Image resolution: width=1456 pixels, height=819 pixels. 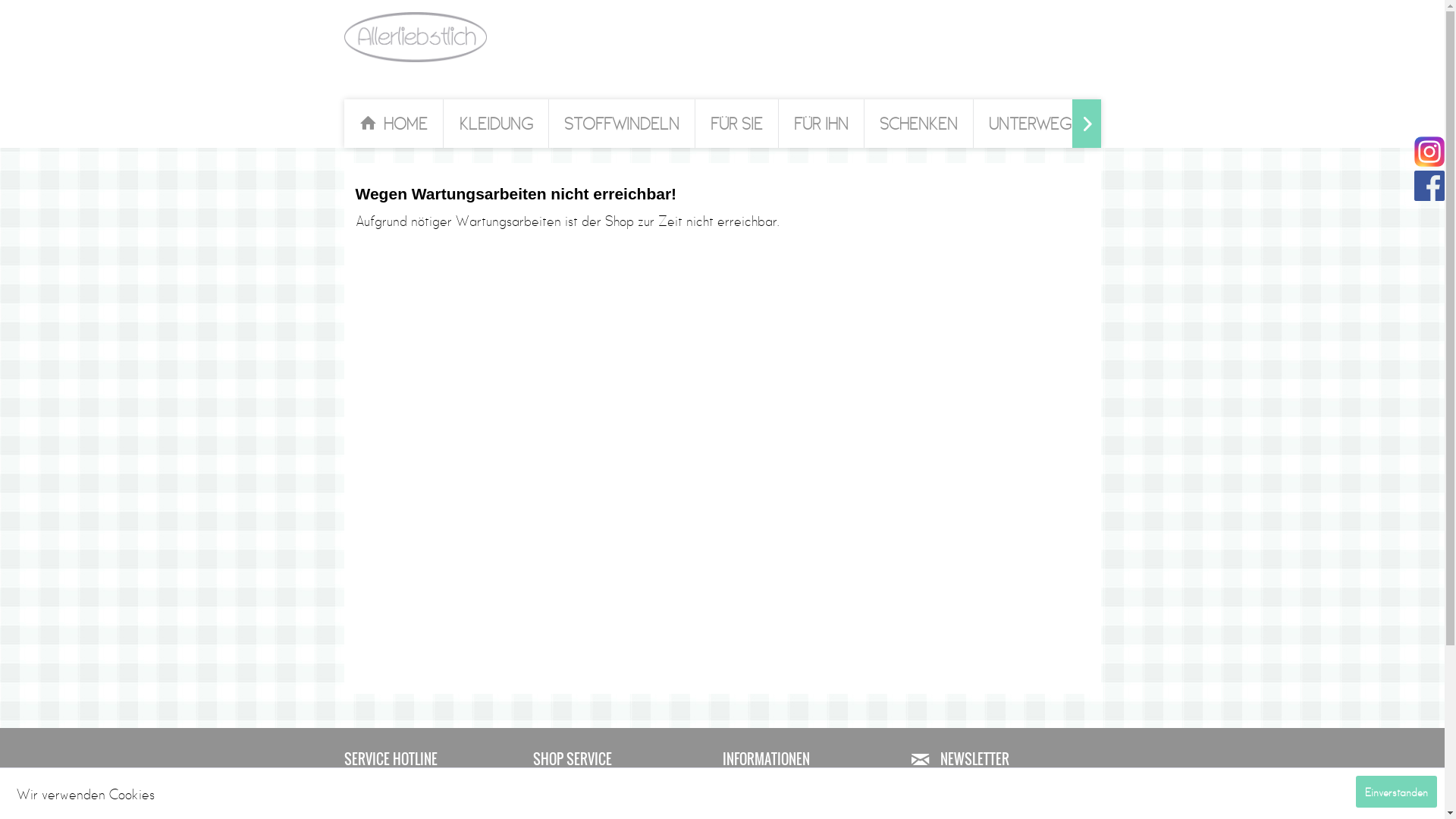 I want to click on 'STOFFWINDELN', so click(x=622, y=122).